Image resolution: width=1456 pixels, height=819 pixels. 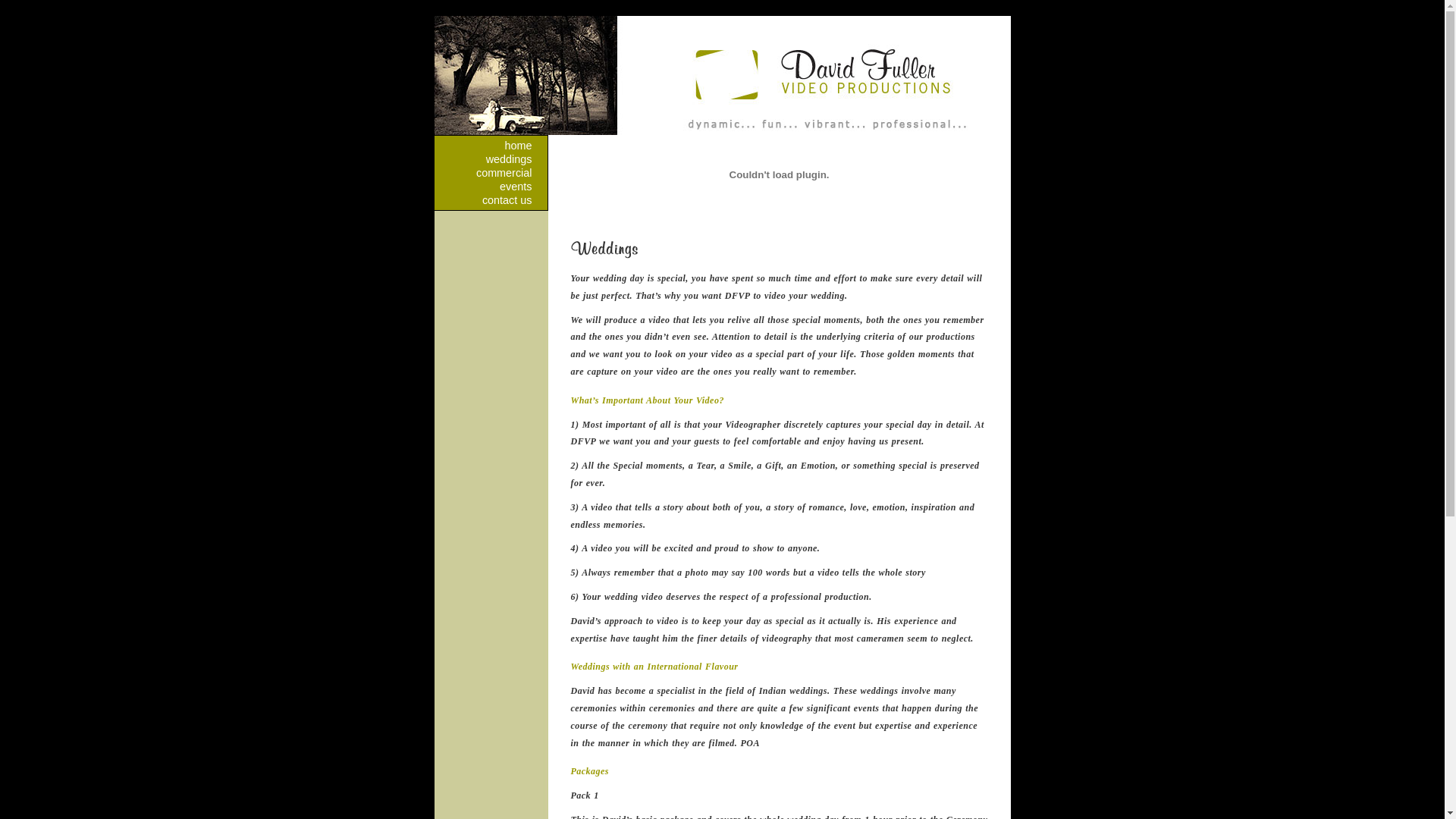 What do you see at coordinates (432, 171) in the screenshot?
I see `'commercial'` at bounding box center [432, 171].